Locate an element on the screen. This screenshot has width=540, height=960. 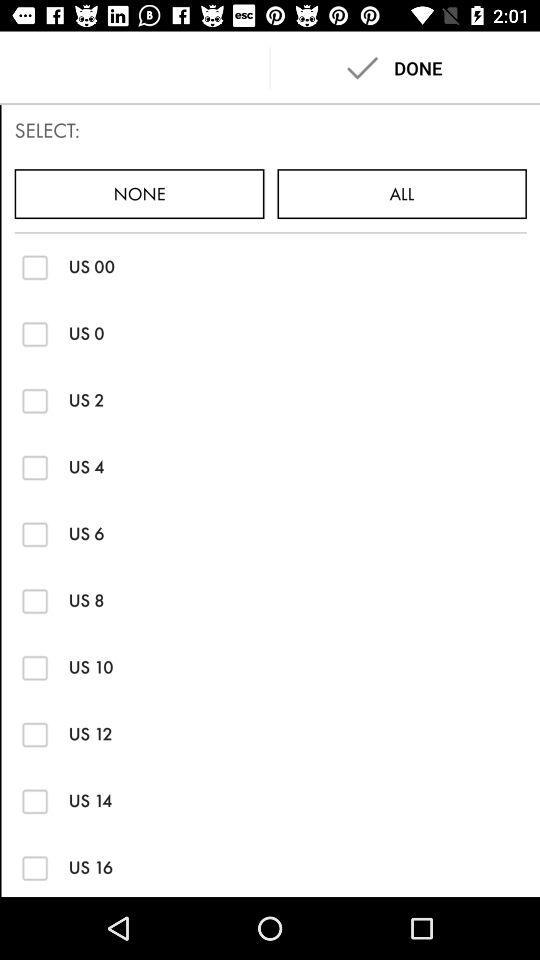
size 12 option is located at coordinates (35, 733).